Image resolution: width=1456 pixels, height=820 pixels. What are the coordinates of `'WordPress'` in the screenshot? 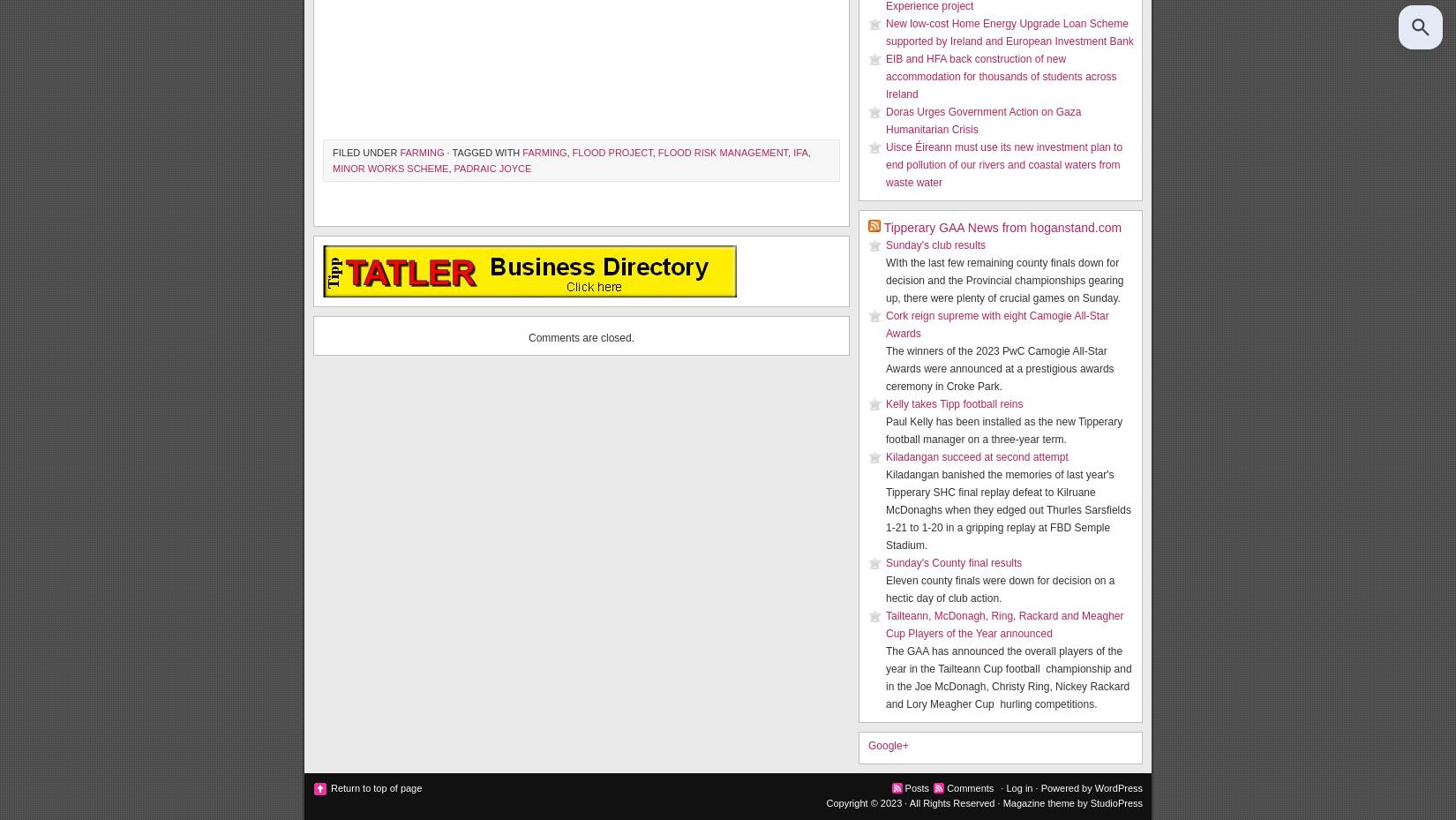 It's located at (1117, 787).